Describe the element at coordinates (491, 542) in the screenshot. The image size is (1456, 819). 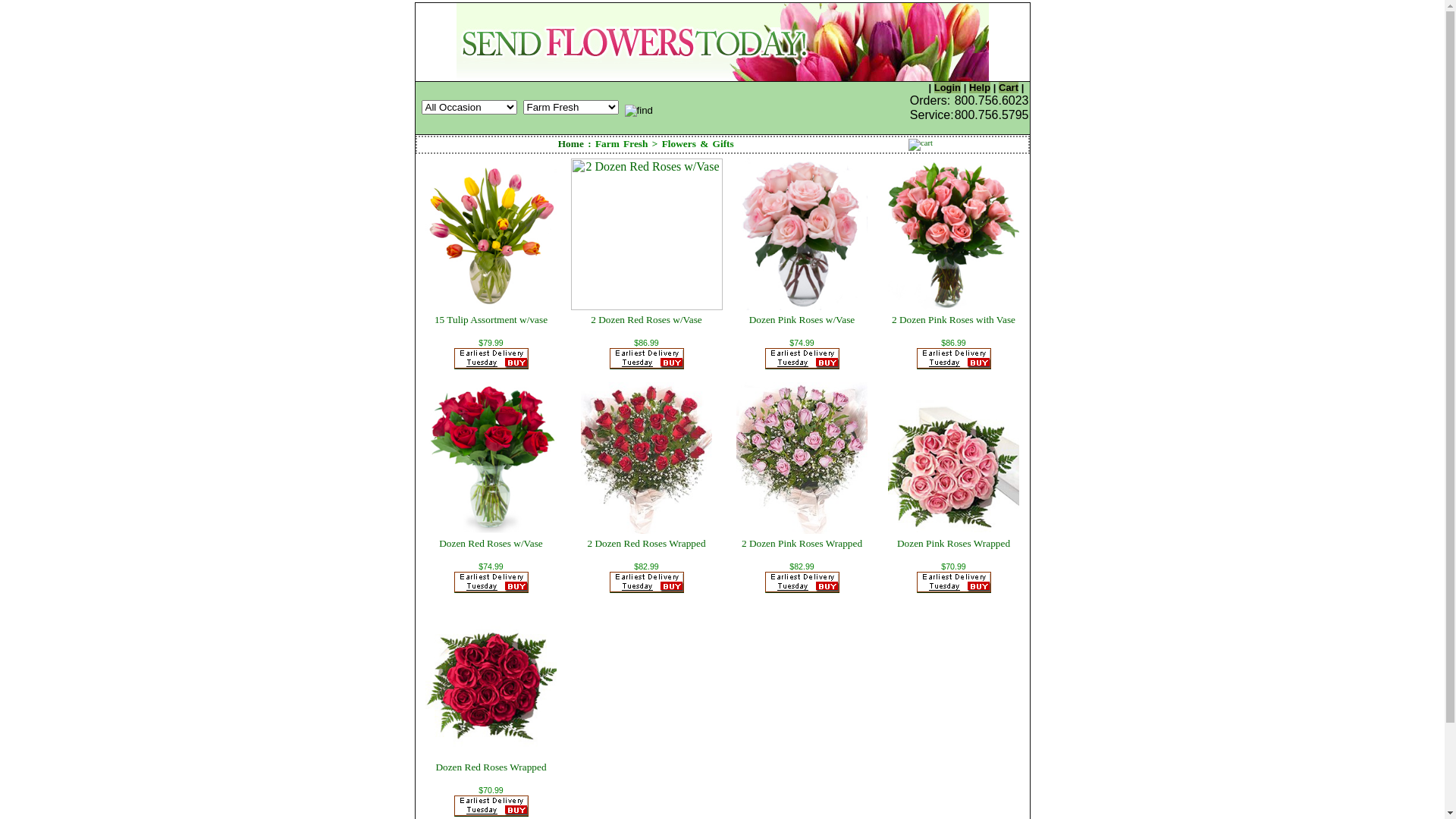
I see `'Dozen Red Roses w/Vase'` at that location.